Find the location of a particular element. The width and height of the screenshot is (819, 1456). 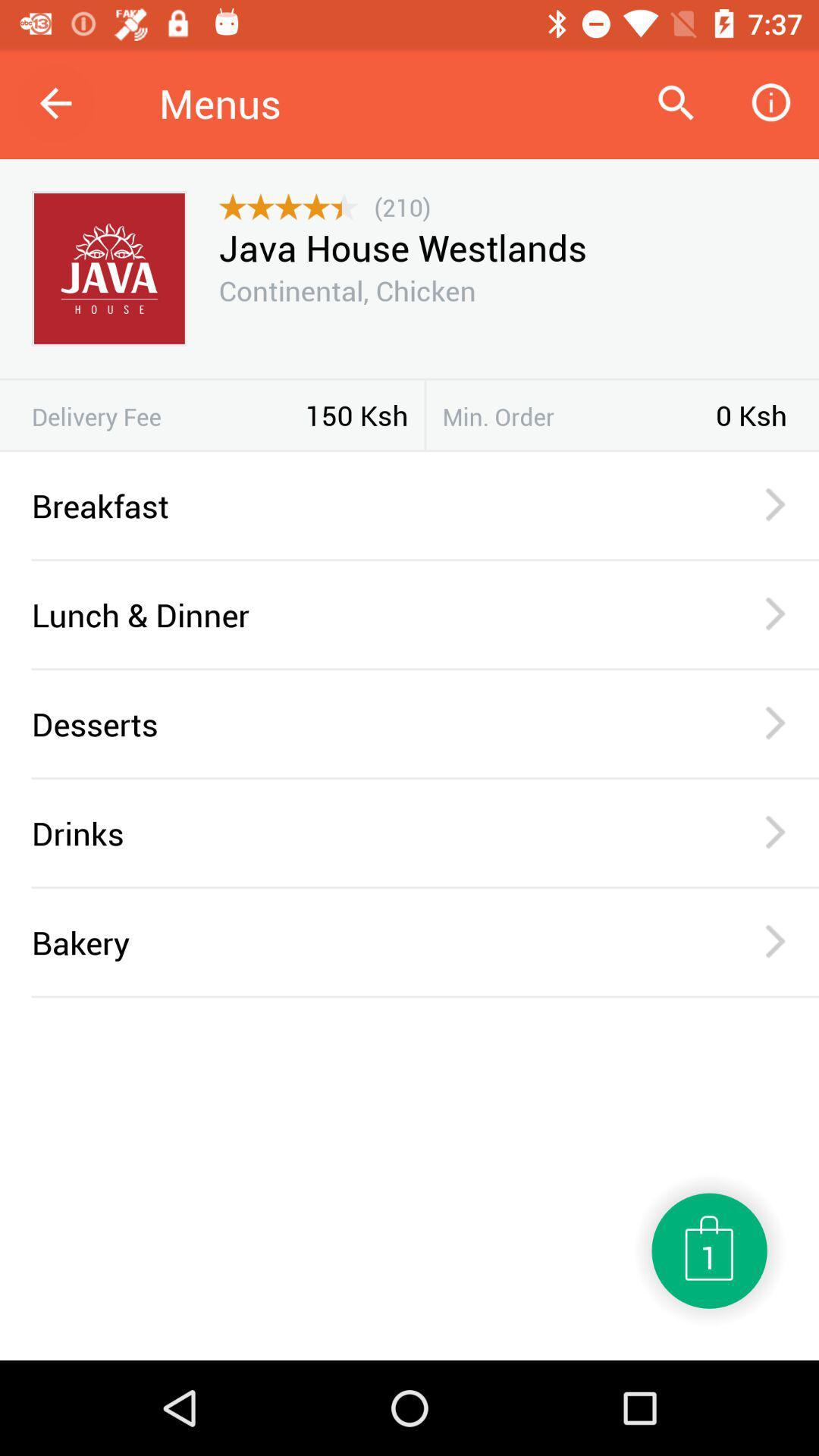

icon next to menus item is located at coordinates (55, 102).